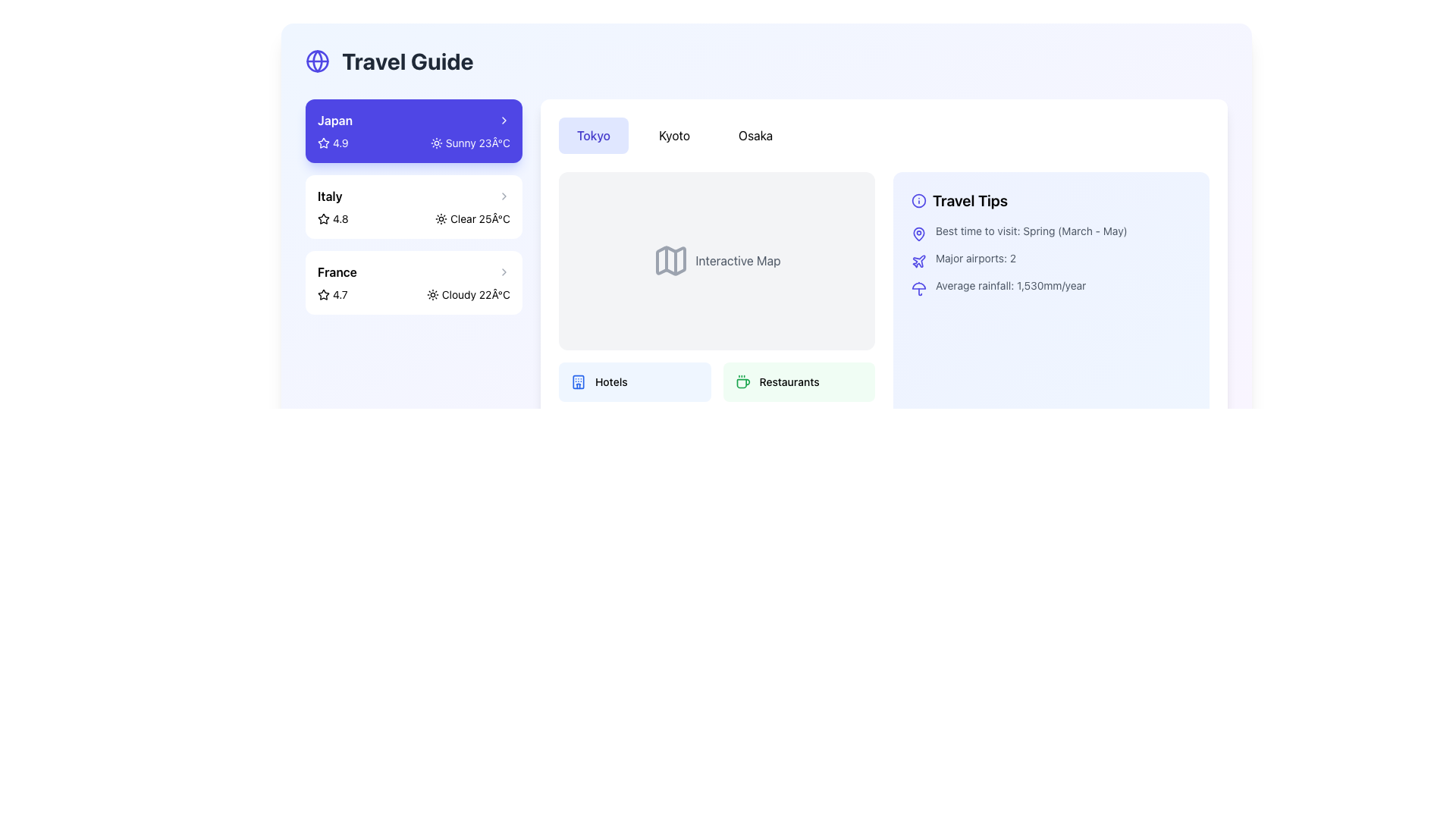 Image resolution: width=1456 pixels, height=819 pixels. Describe the element at coordinates (1050, 287) in the screenshot. I see `information displayed in the text block that shows 'Average rainfall: 1,530mm/year' with an indigo umbrella icon to its left, located in the 'Travel Tips' section` at that location.